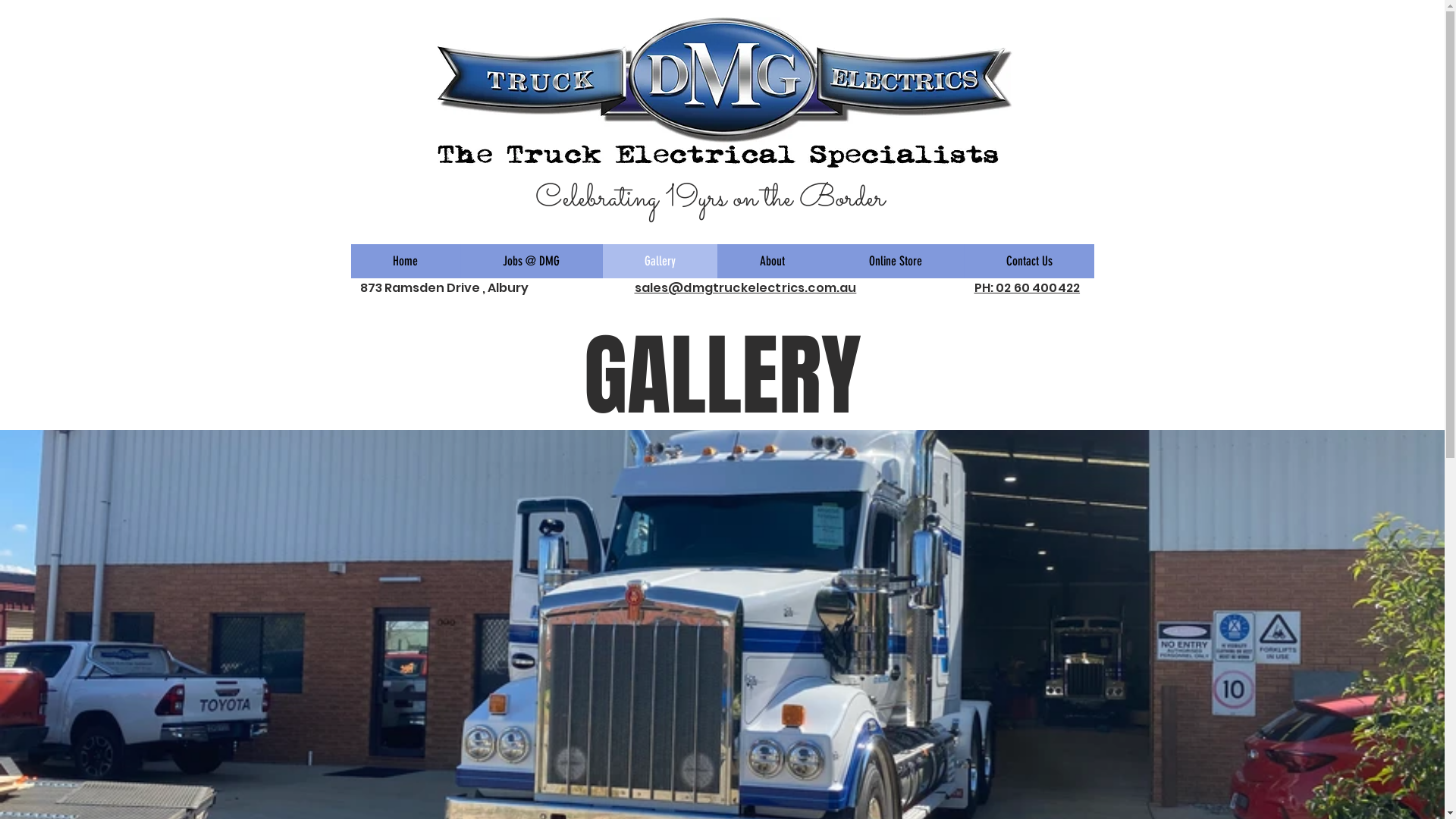 The height and width of the screenshot is (819, 1456). Describe the element at coordinates (771, 260) in the screenshot. I see `'About'` at that location.